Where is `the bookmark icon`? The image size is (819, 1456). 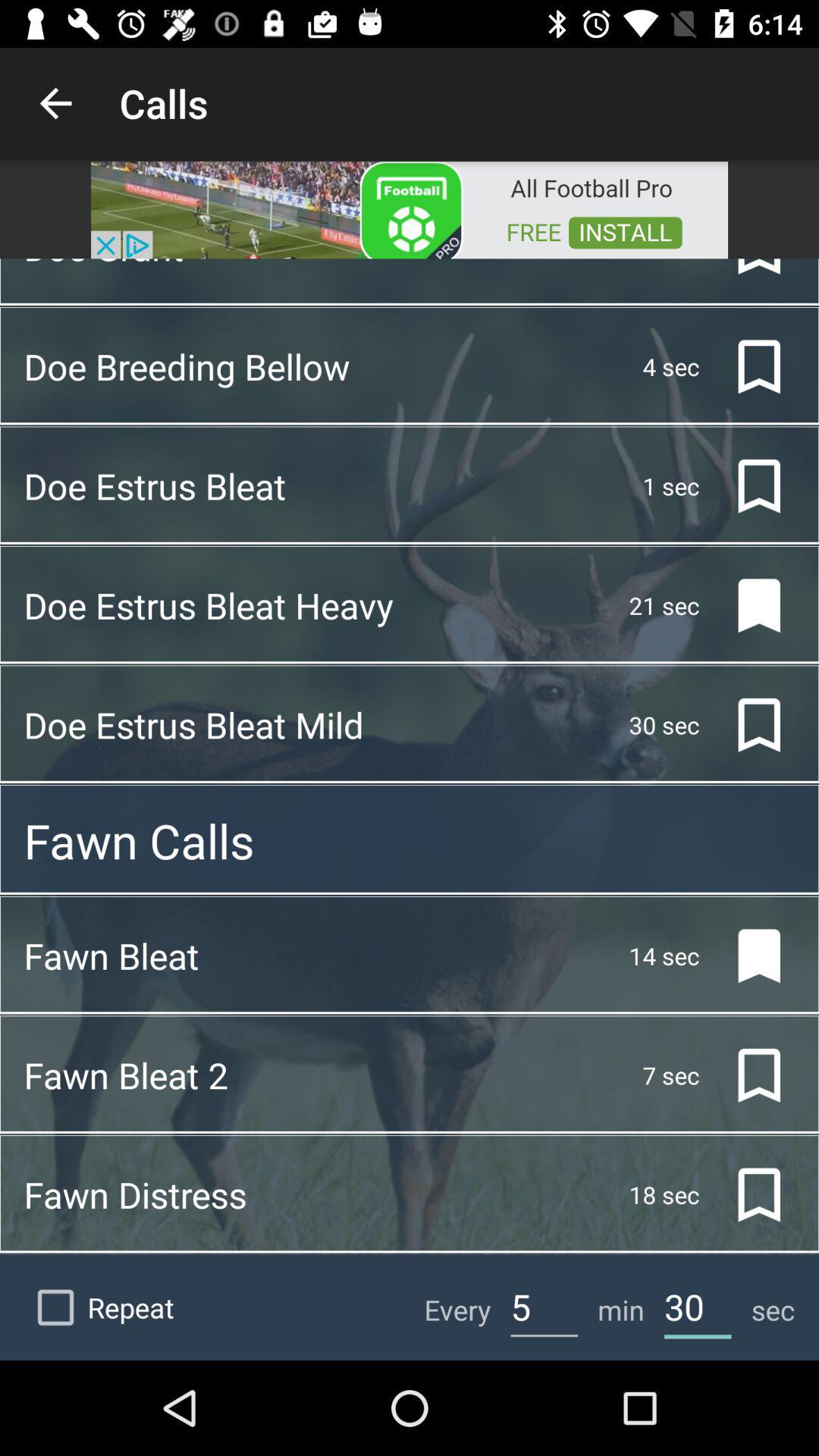
the bookmark icon is located at coordinates (746, 271).